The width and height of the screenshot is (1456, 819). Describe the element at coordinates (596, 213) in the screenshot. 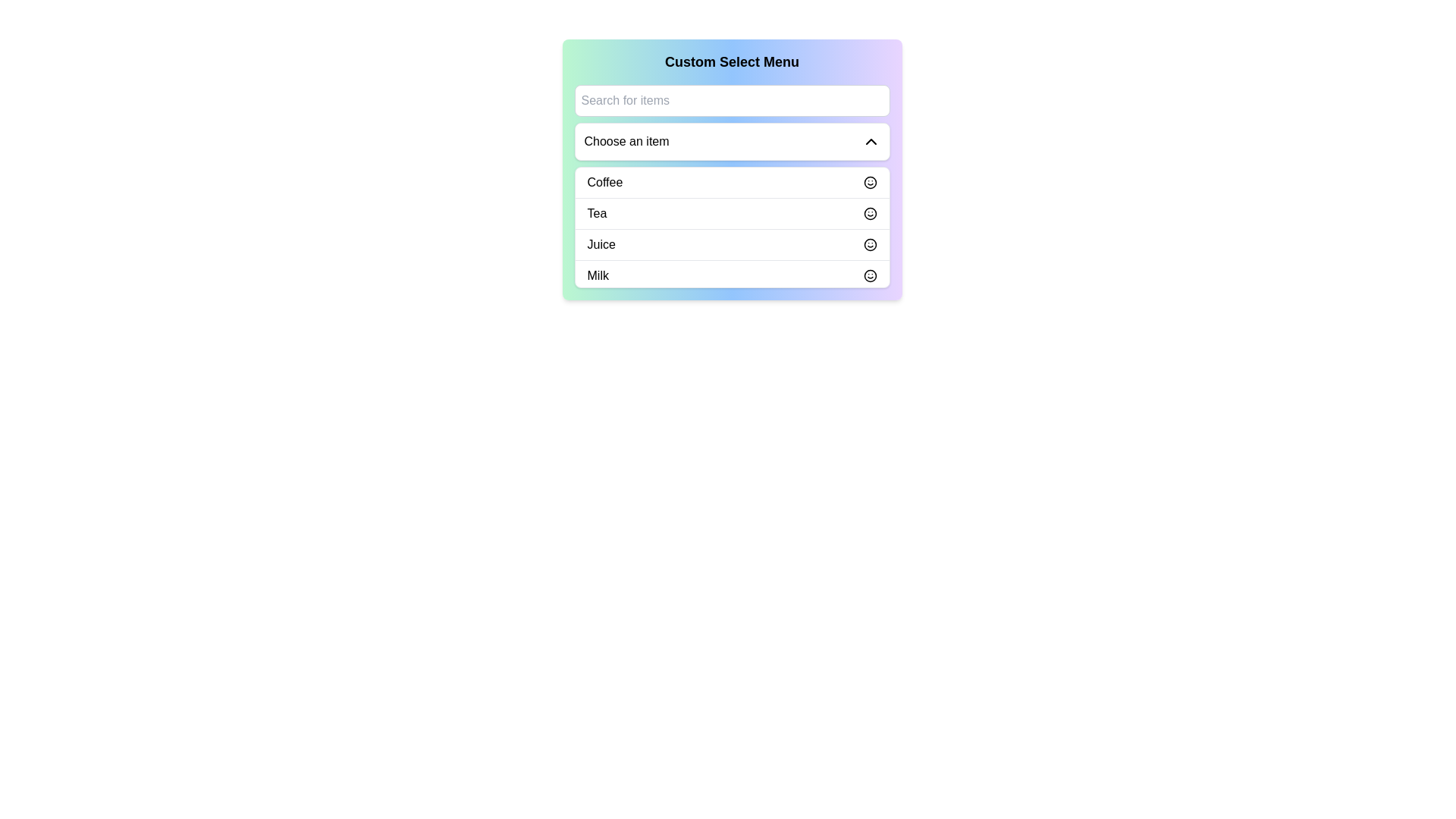

I see `the text label representing the second selectable option in the dropdown menu under 'Choose an item'` at that location.